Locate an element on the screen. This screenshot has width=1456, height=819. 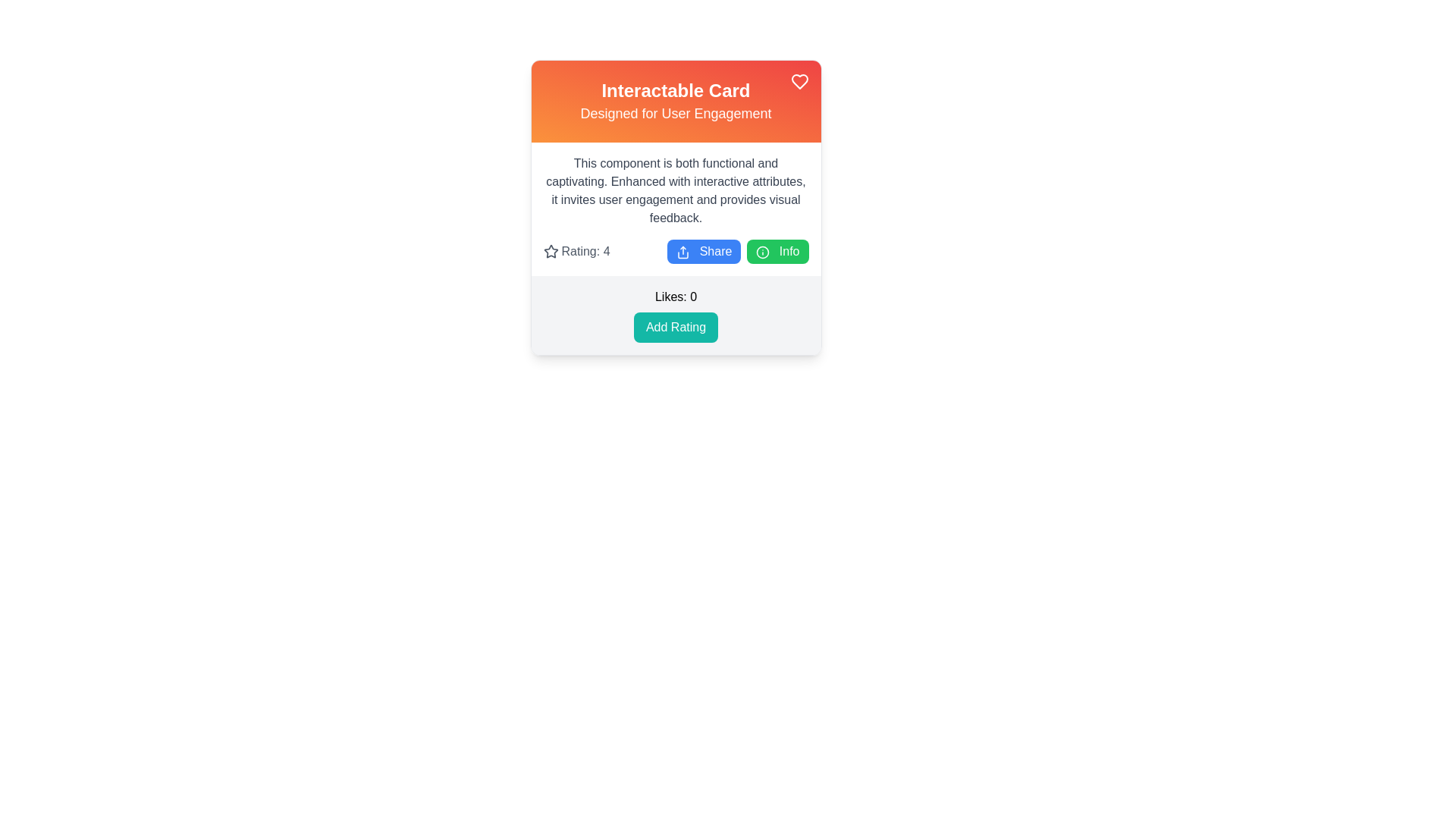
the subtitle text element located directly below the title text 'Interactable Card' within the top section of the card layout is located at coordinates (675, 113).